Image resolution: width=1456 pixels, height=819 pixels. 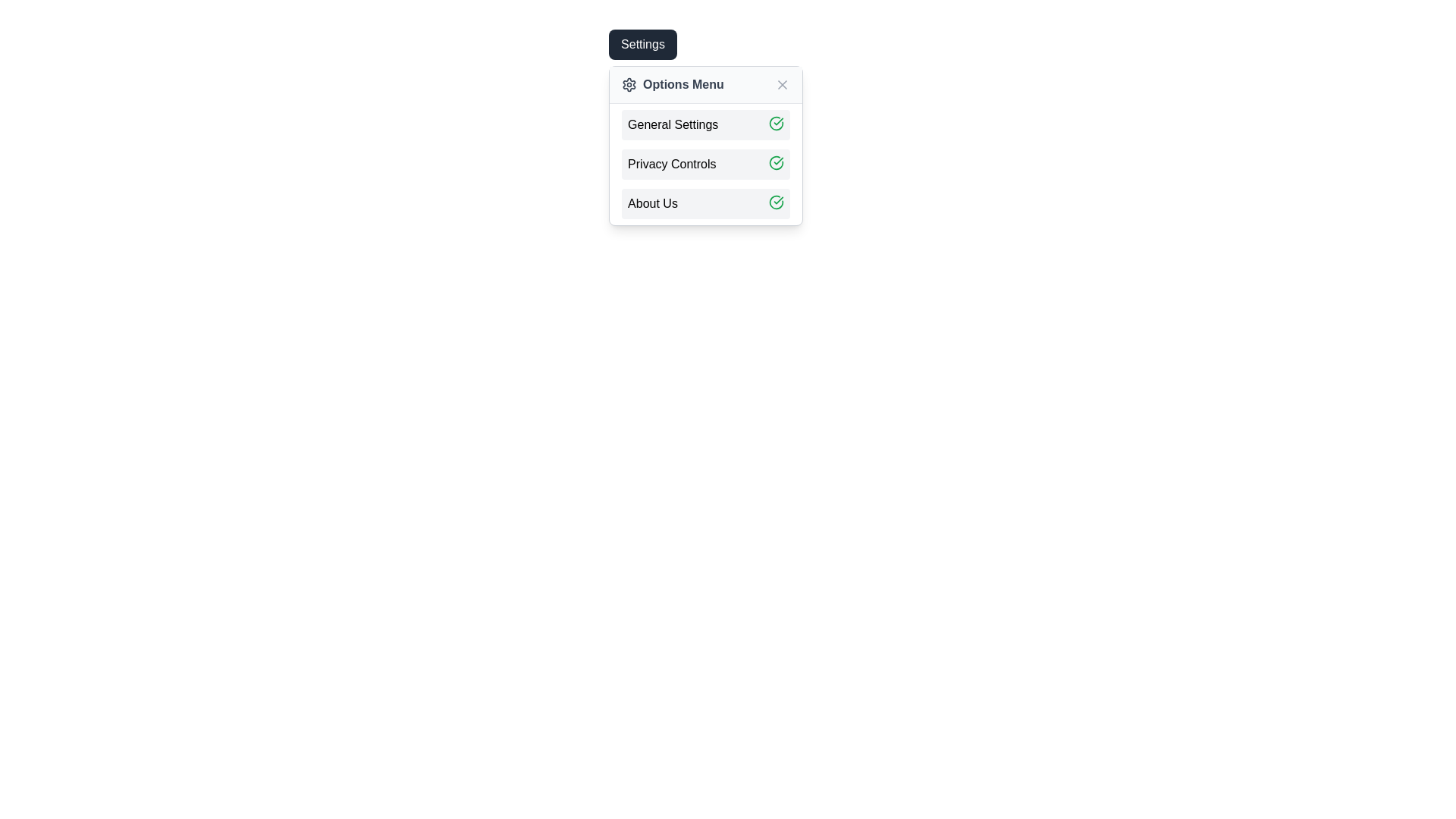 I want to click on the state of the status indicator icon located in the lower-right corner of the 'About Us' section, which indicates the selected or confirmed status of the menu item, so click(x=777, y=201).